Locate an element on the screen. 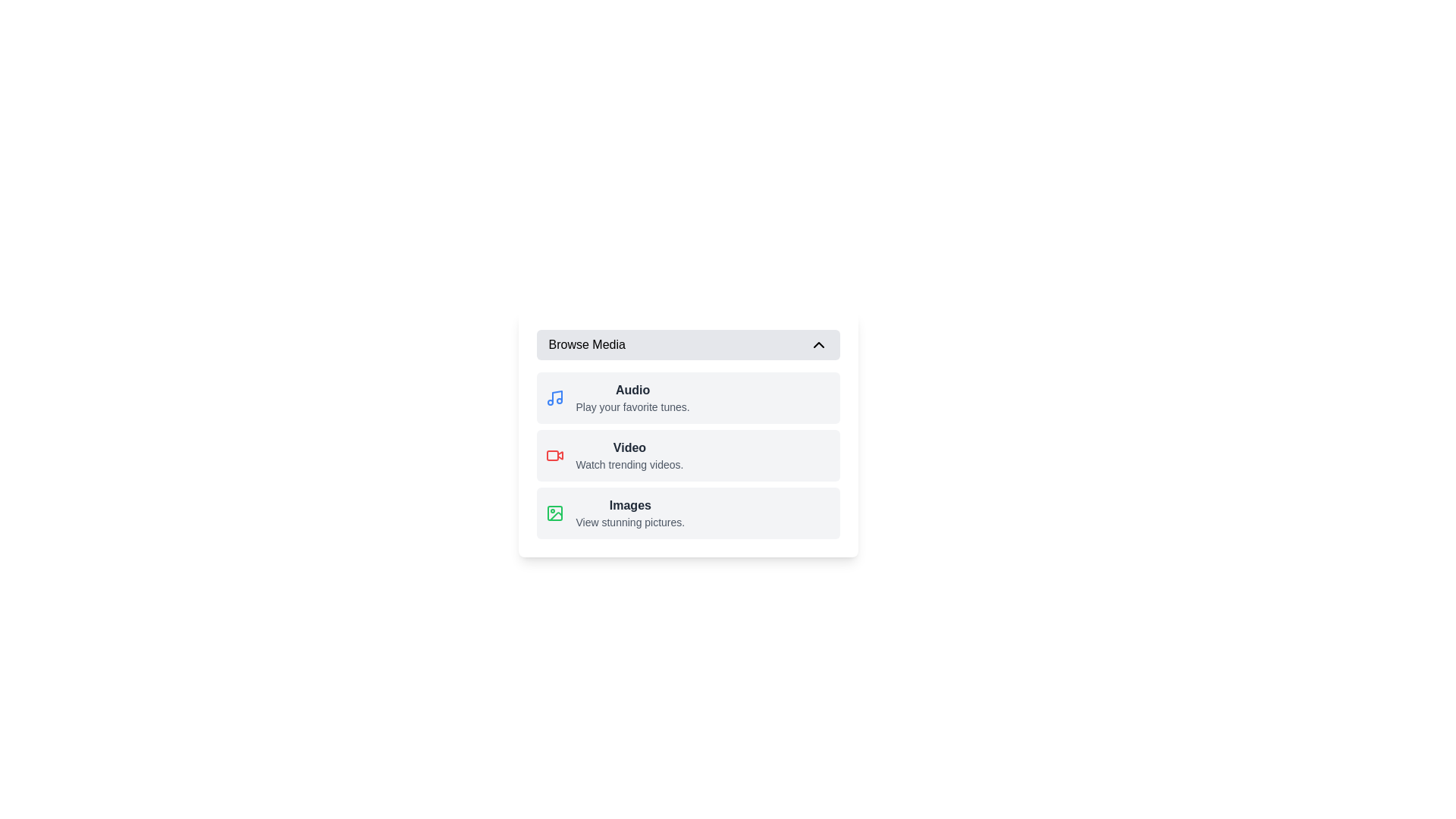 This screenshot has height=819, width=1456. the collapsible button at the top of the media options card is located at coordinates (687, 345).